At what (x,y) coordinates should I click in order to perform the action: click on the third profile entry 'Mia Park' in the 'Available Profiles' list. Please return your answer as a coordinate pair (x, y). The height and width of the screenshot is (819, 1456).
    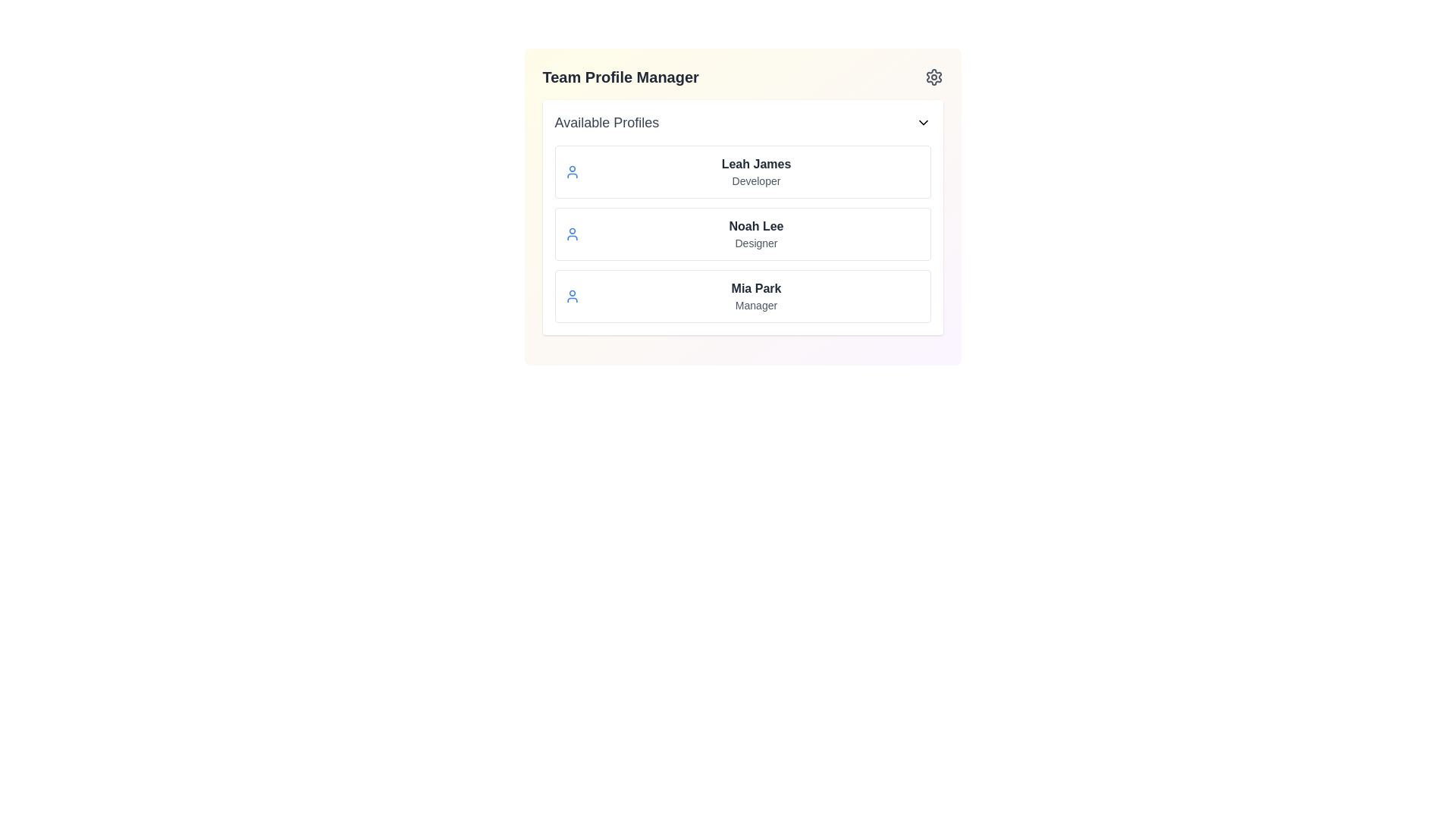
    Looking at the image, I should click on (756, 296).